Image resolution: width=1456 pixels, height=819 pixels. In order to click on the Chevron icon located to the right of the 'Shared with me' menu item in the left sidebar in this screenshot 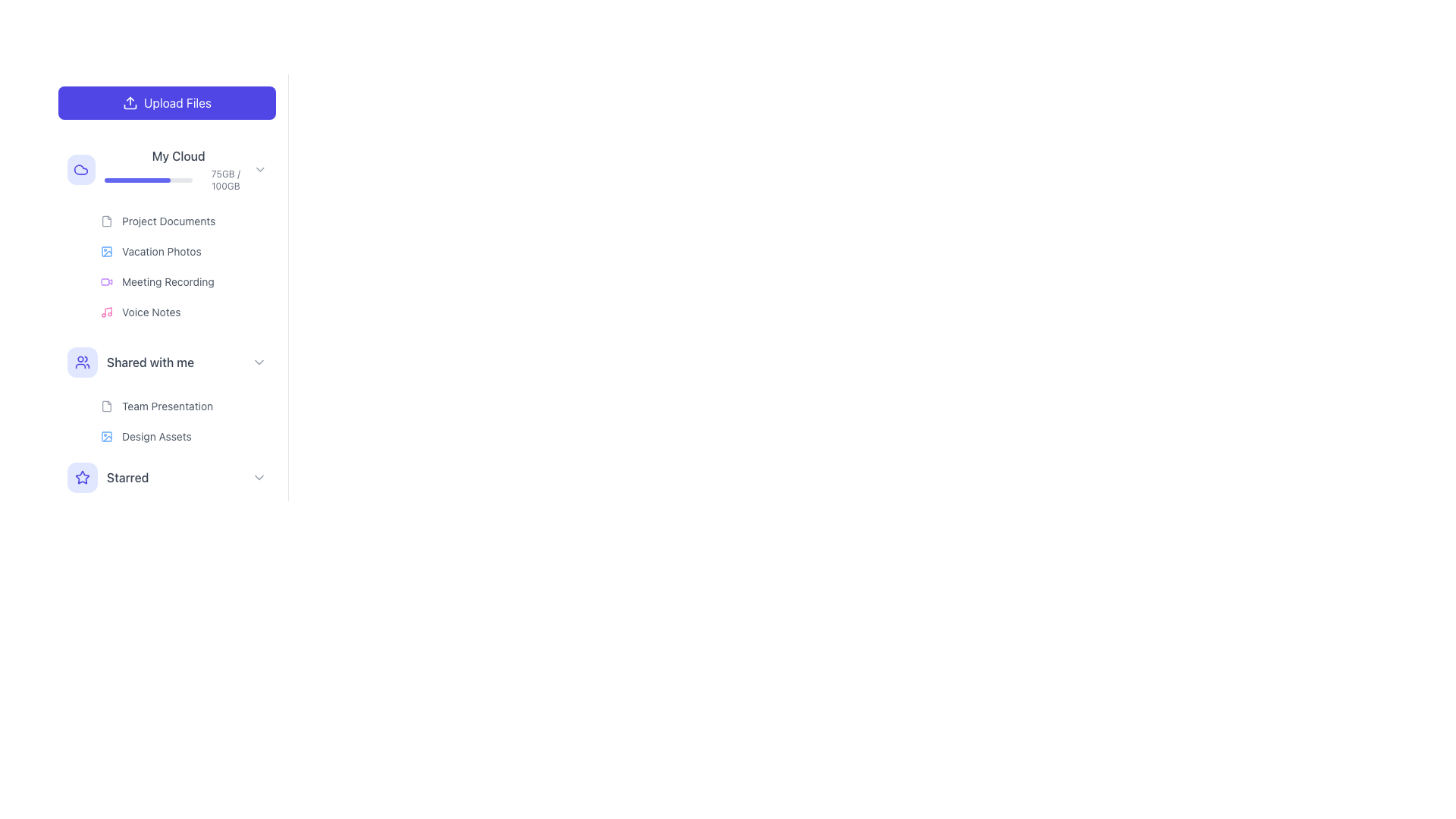, I will do `click(259, 362)`.